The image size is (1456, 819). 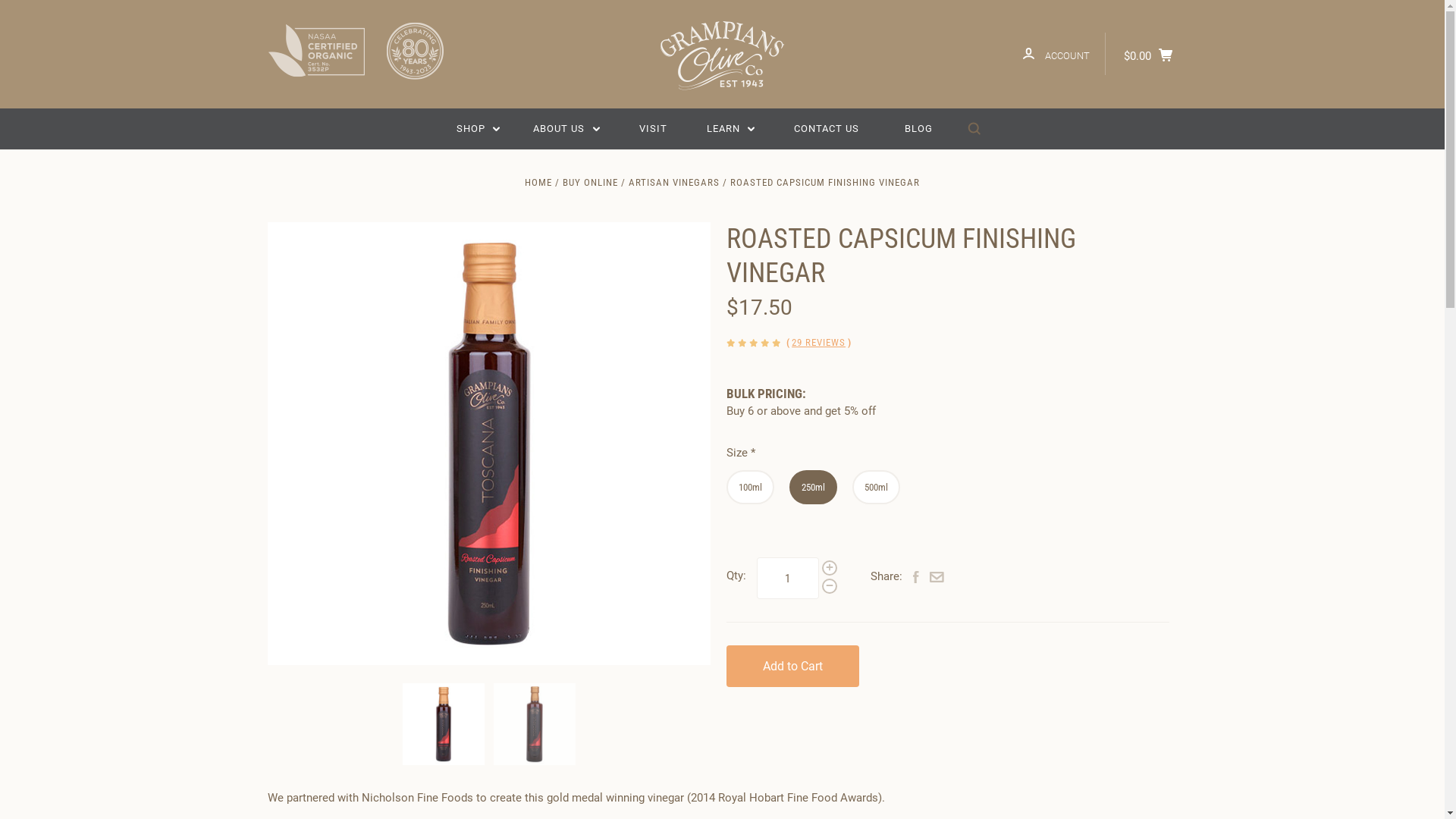 I want to click on 'BLOG', so click(x=918, y=127).